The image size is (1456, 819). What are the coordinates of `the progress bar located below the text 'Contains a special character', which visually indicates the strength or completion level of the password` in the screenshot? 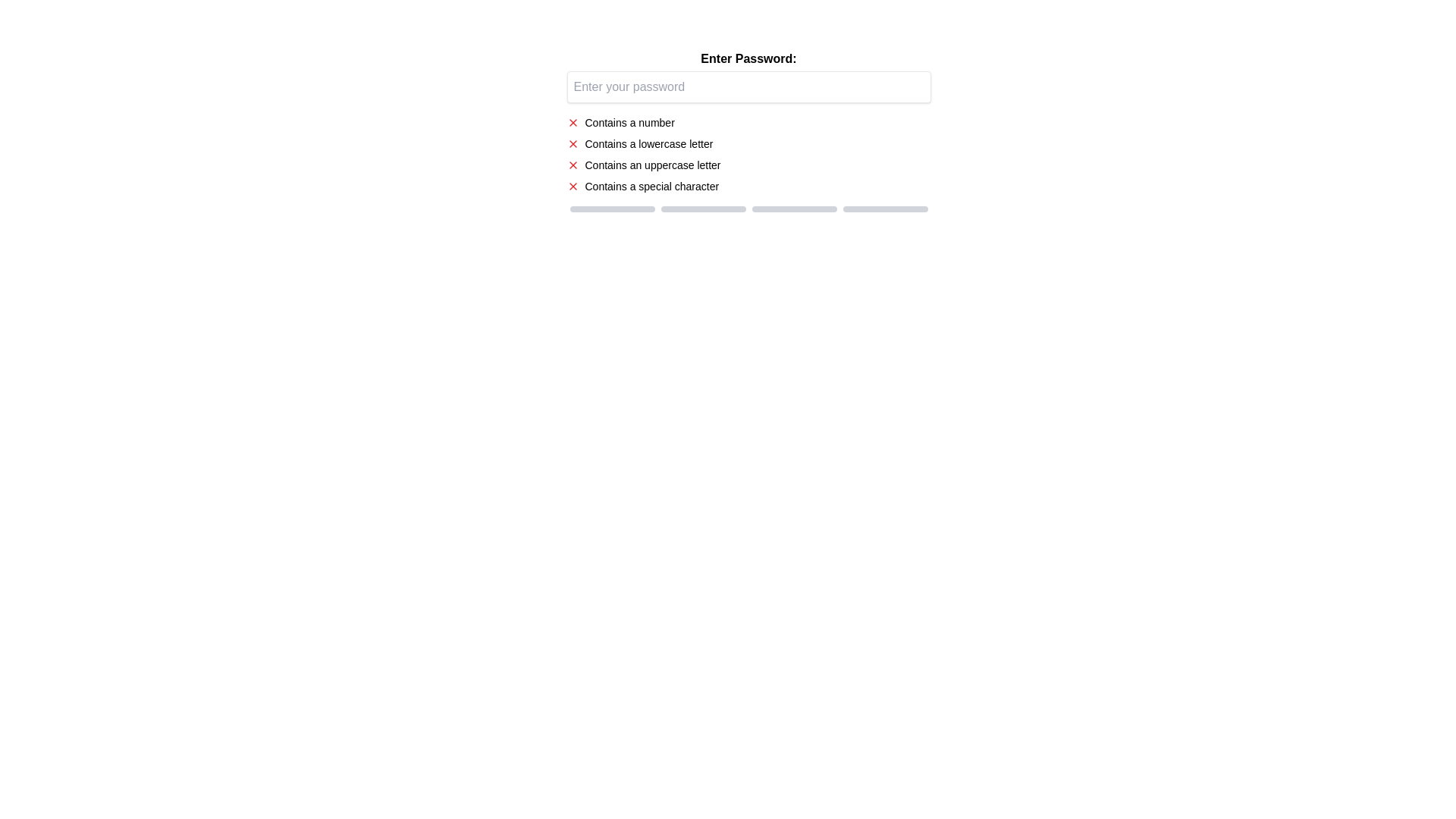 It's located at (748, 209).